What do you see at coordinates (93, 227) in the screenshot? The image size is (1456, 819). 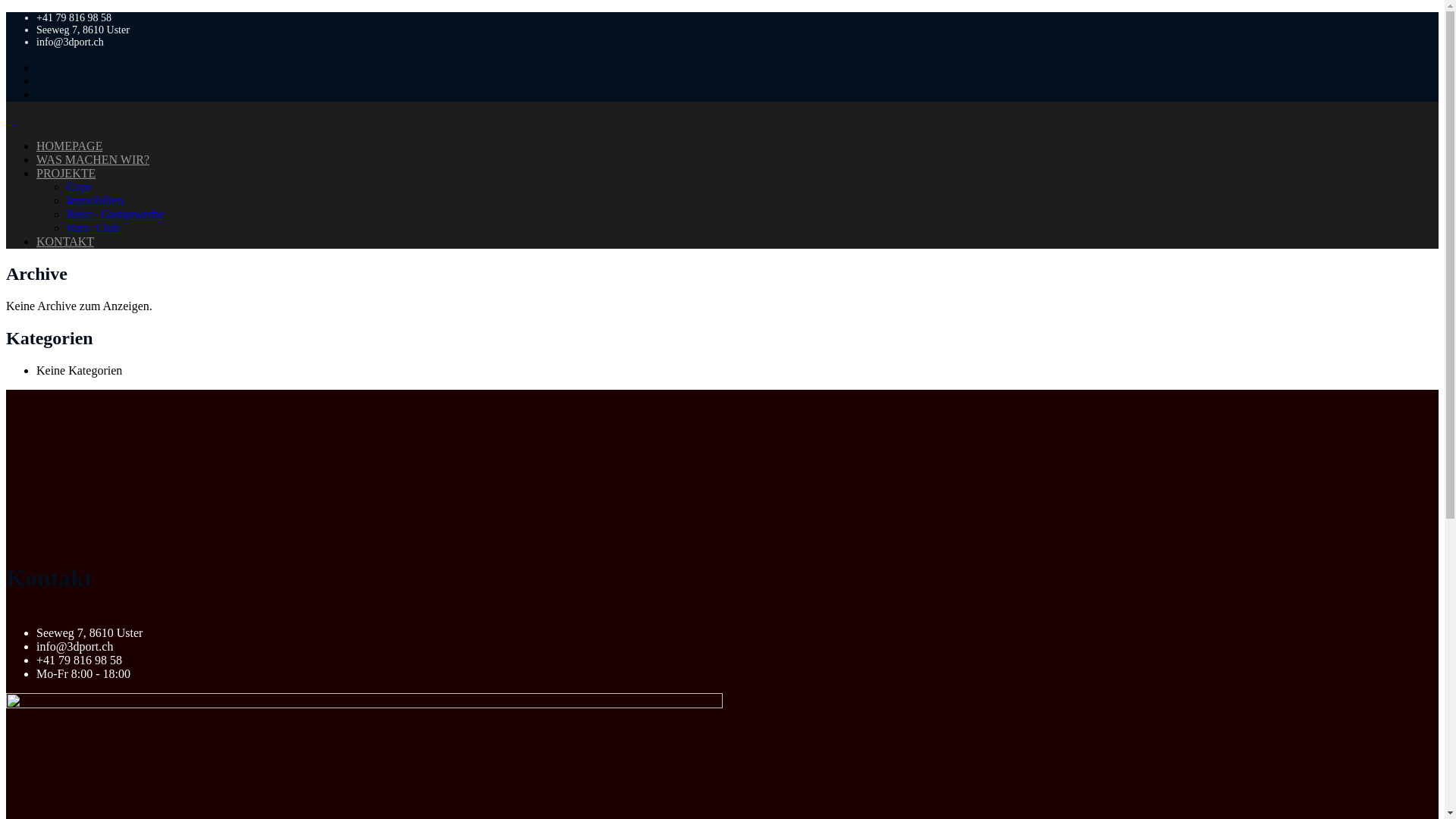 I see `'Bars- Club'` at bounding box center [93, 227].